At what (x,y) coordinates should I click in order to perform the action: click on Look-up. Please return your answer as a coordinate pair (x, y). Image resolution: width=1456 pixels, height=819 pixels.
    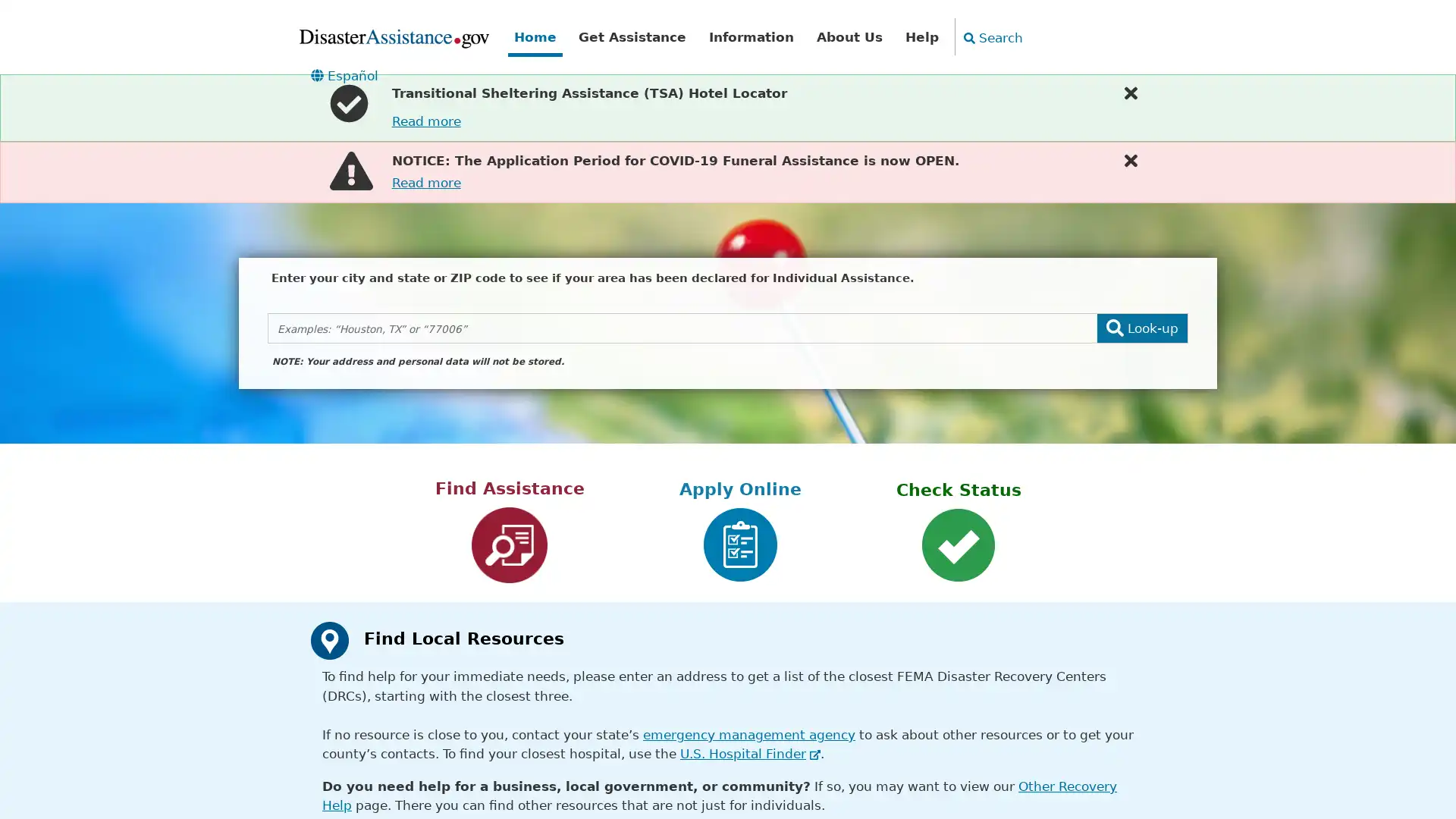
    Looking at the image, I should click on (1142, 327).